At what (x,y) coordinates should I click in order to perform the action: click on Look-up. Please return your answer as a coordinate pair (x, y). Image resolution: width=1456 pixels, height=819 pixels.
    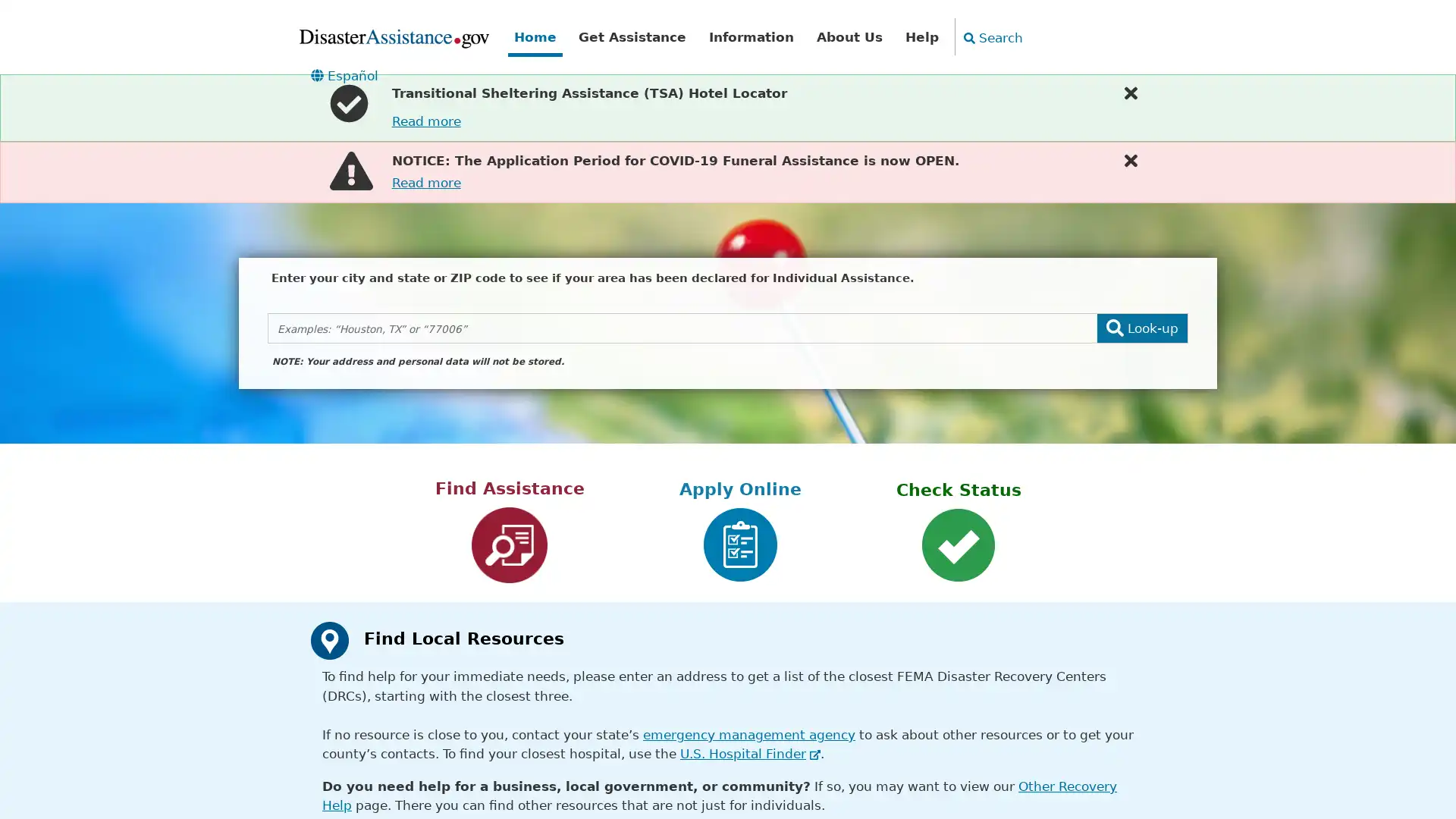
    Looking at the image, I should click on (1142, 327).